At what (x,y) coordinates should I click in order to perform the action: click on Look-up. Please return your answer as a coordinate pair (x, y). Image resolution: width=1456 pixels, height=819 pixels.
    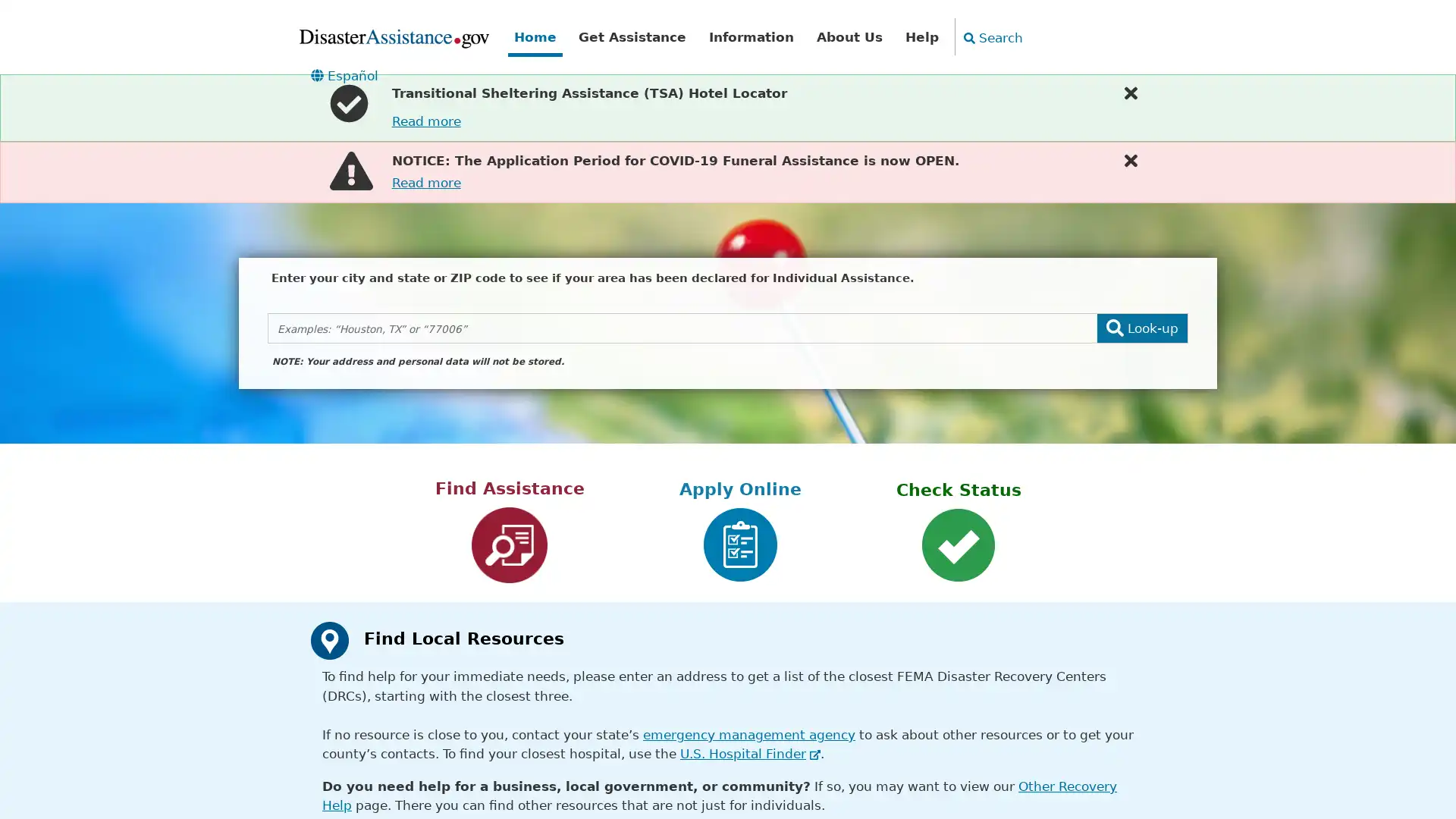
    Looking at the image, I should click on (1142, 327).